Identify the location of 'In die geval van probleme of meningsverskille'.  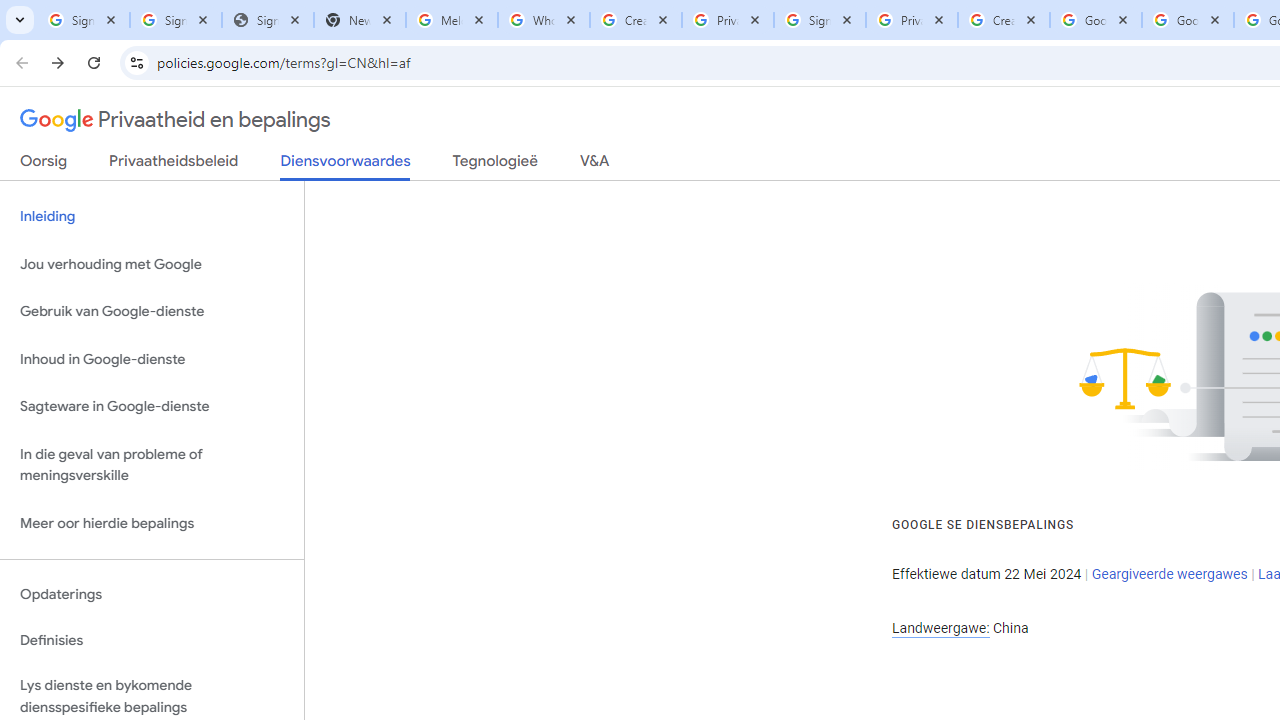
(151, 464).